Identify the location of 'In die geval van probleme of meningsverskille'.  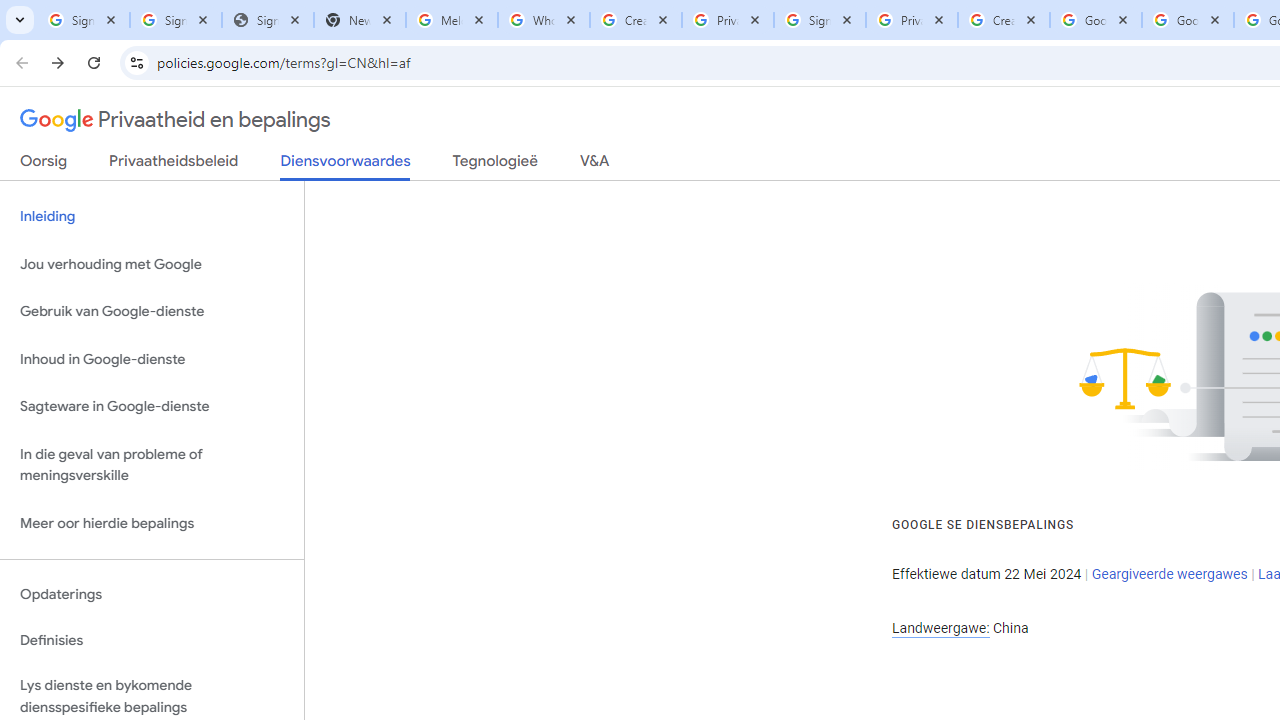
(151, 464).